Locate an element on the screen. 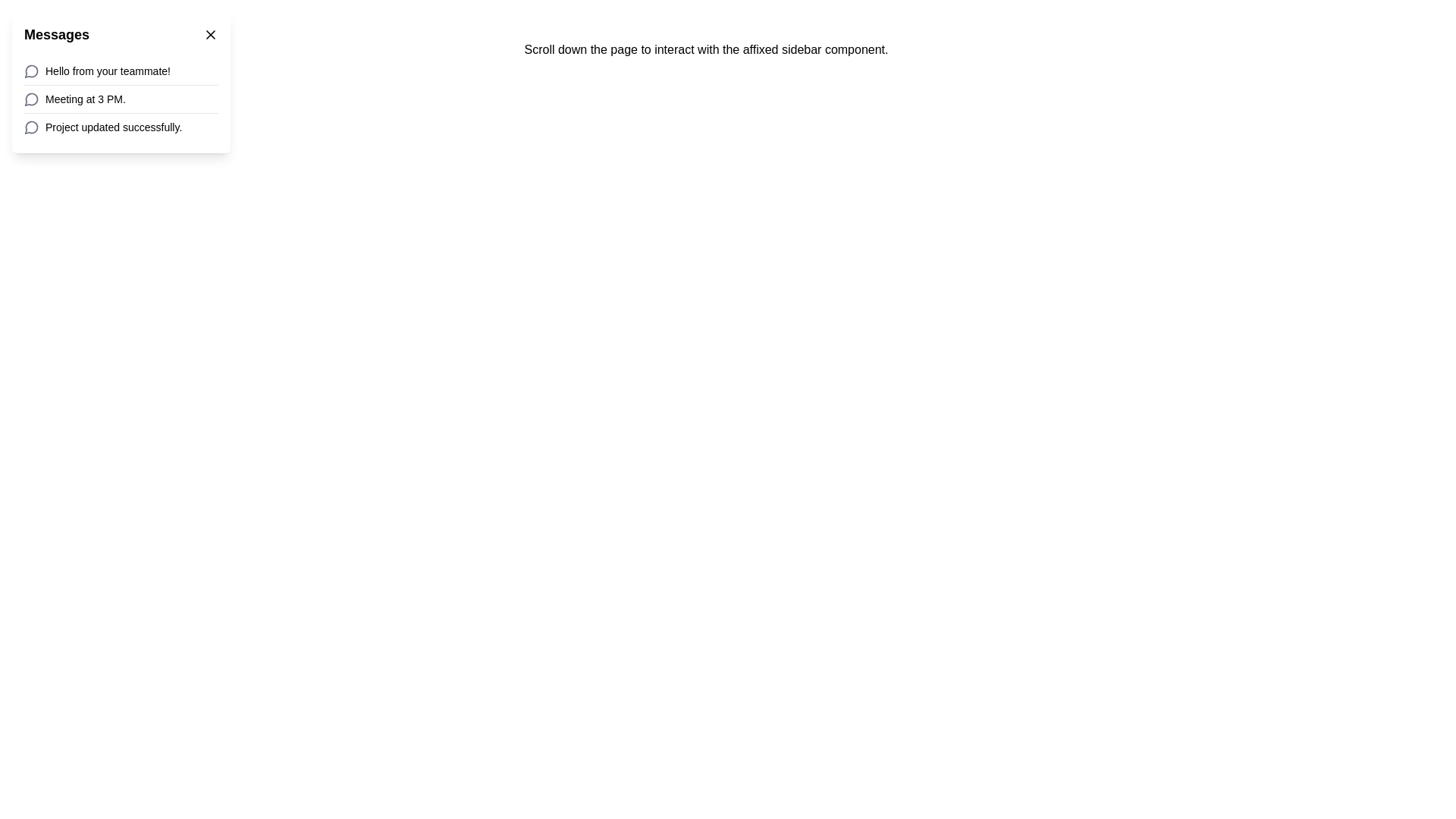 The image size is (1456, 819). the Text Label located at the top-center area of the interface, which provides directives to interact with the sidebar component is located at coordinates (705, 49).